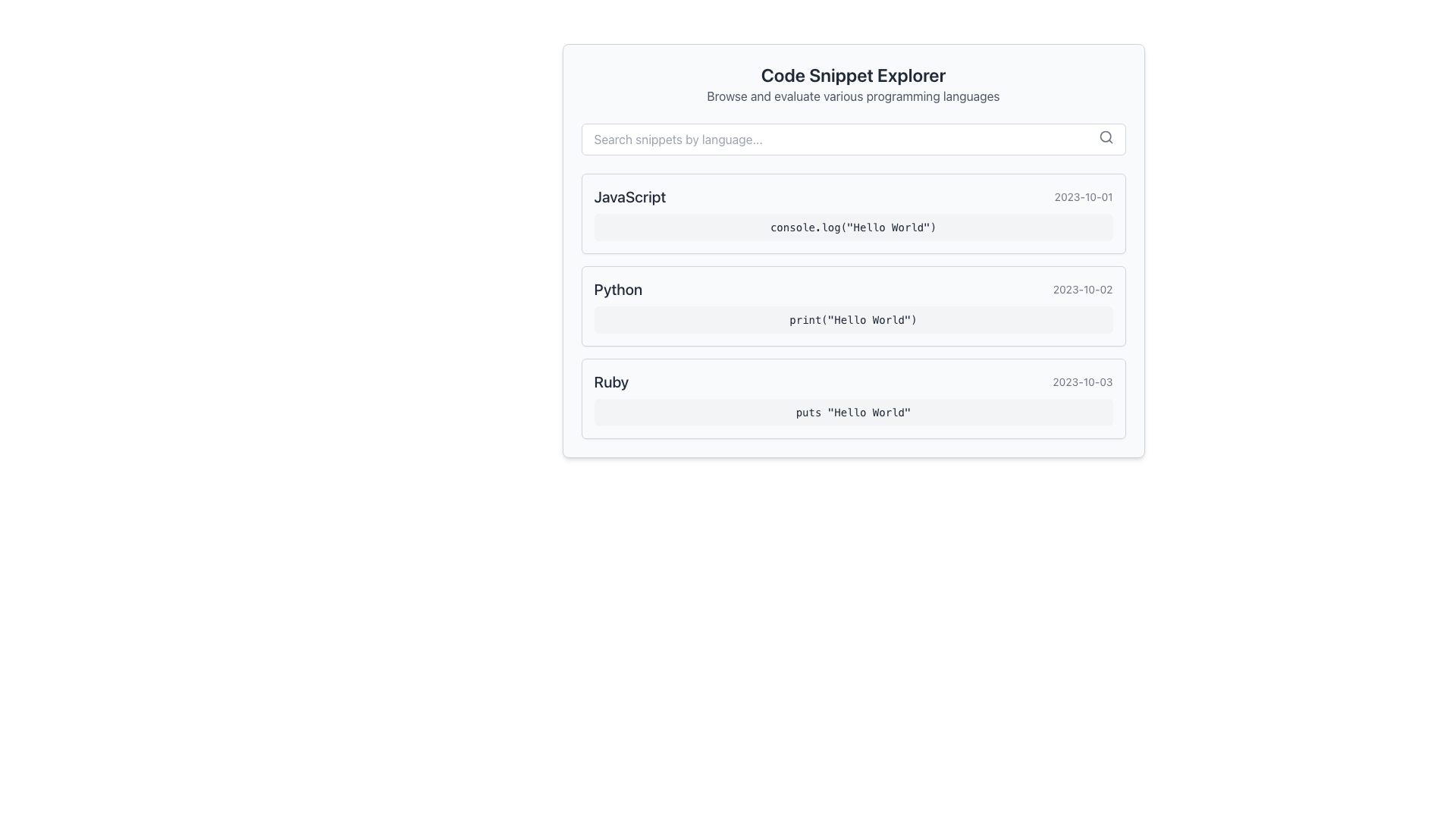 This screenshot has width=1456, height=819. Describe the element at coordinates (853, 140) in the screenshot. I see `the search input field located below the title 'Code Snippet Explorer' to focus on it for entering queries` at that location.